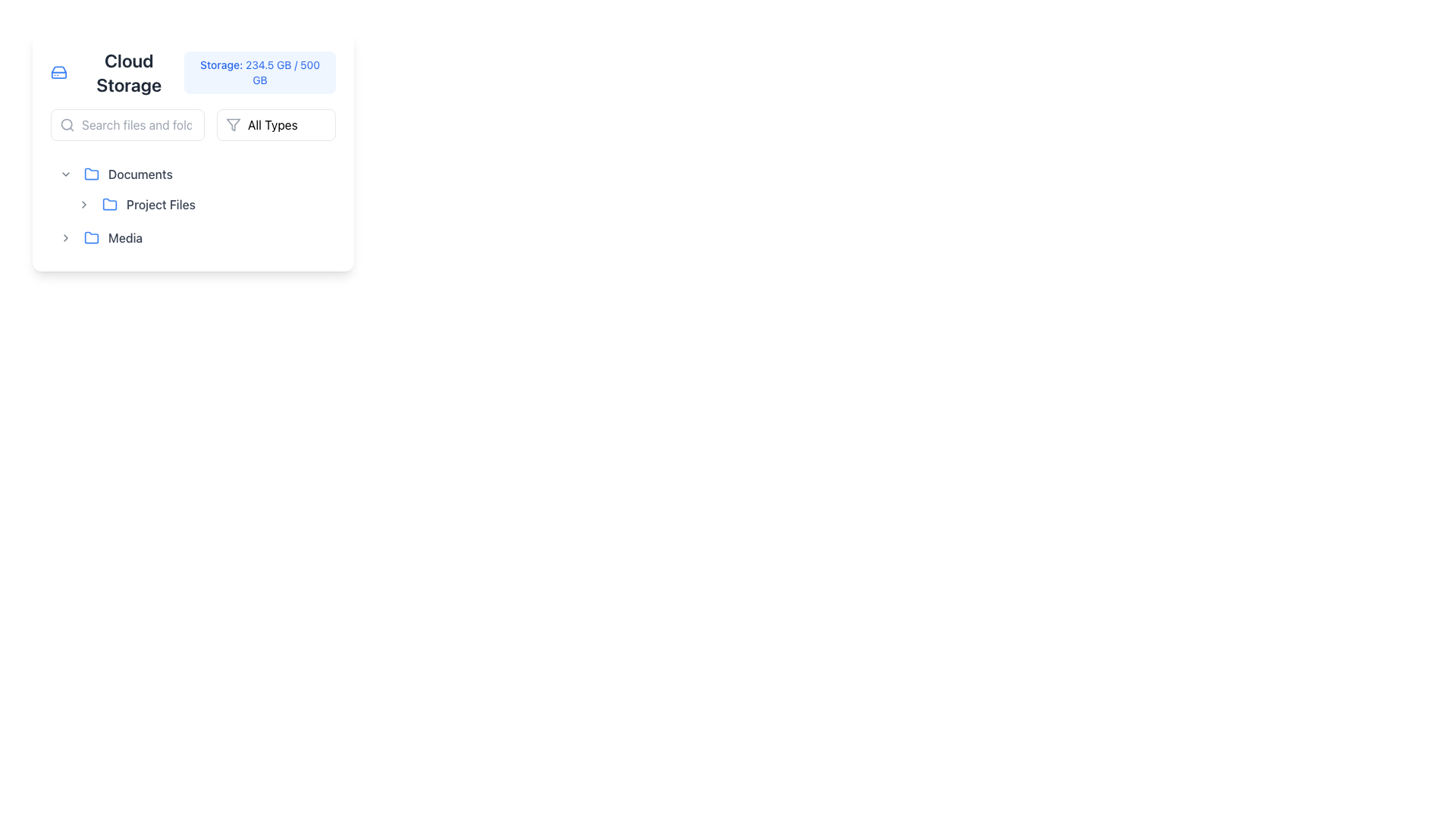 The width and height of the screenshot is (1456, 819). Describe the element at coordinates (90, 172) in the screenshot. I see `the blue outlined folder icon located next to the 'Documents' label in the 'Cloud Storage' section` at that location.